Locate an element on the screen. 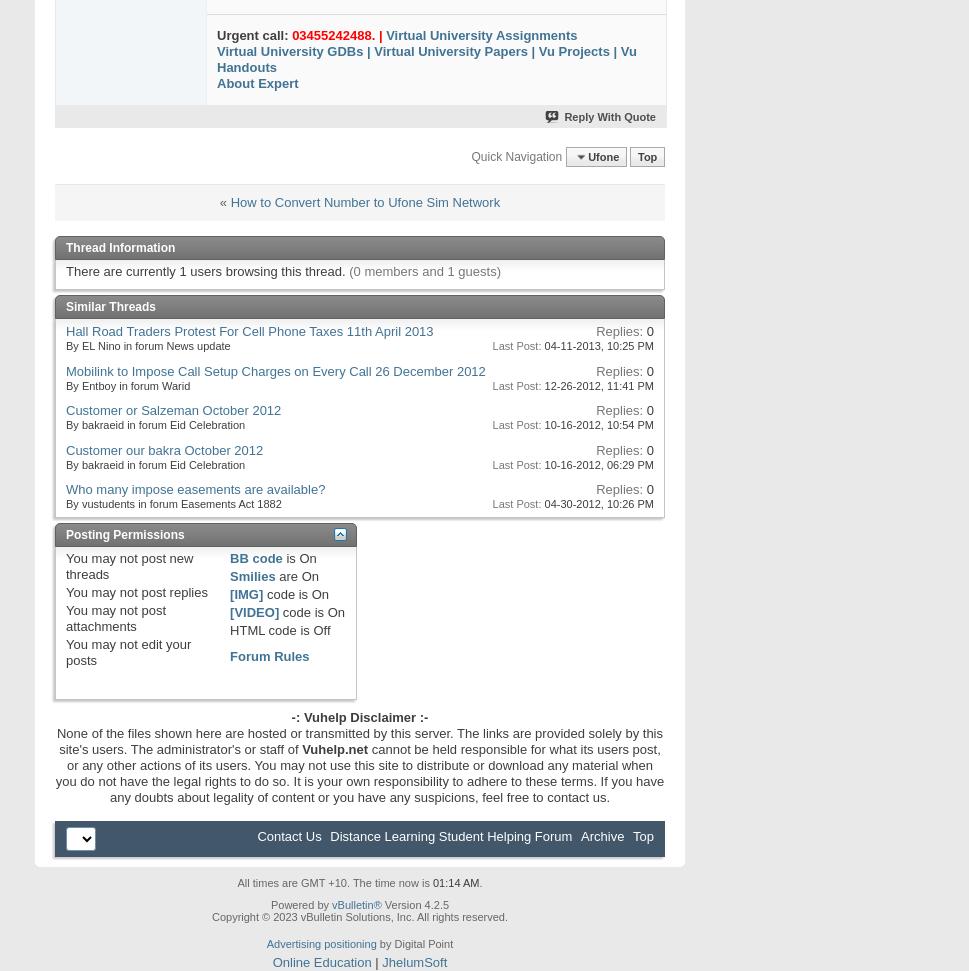  '[VIDEO]' is located at coordinates (253, 610).